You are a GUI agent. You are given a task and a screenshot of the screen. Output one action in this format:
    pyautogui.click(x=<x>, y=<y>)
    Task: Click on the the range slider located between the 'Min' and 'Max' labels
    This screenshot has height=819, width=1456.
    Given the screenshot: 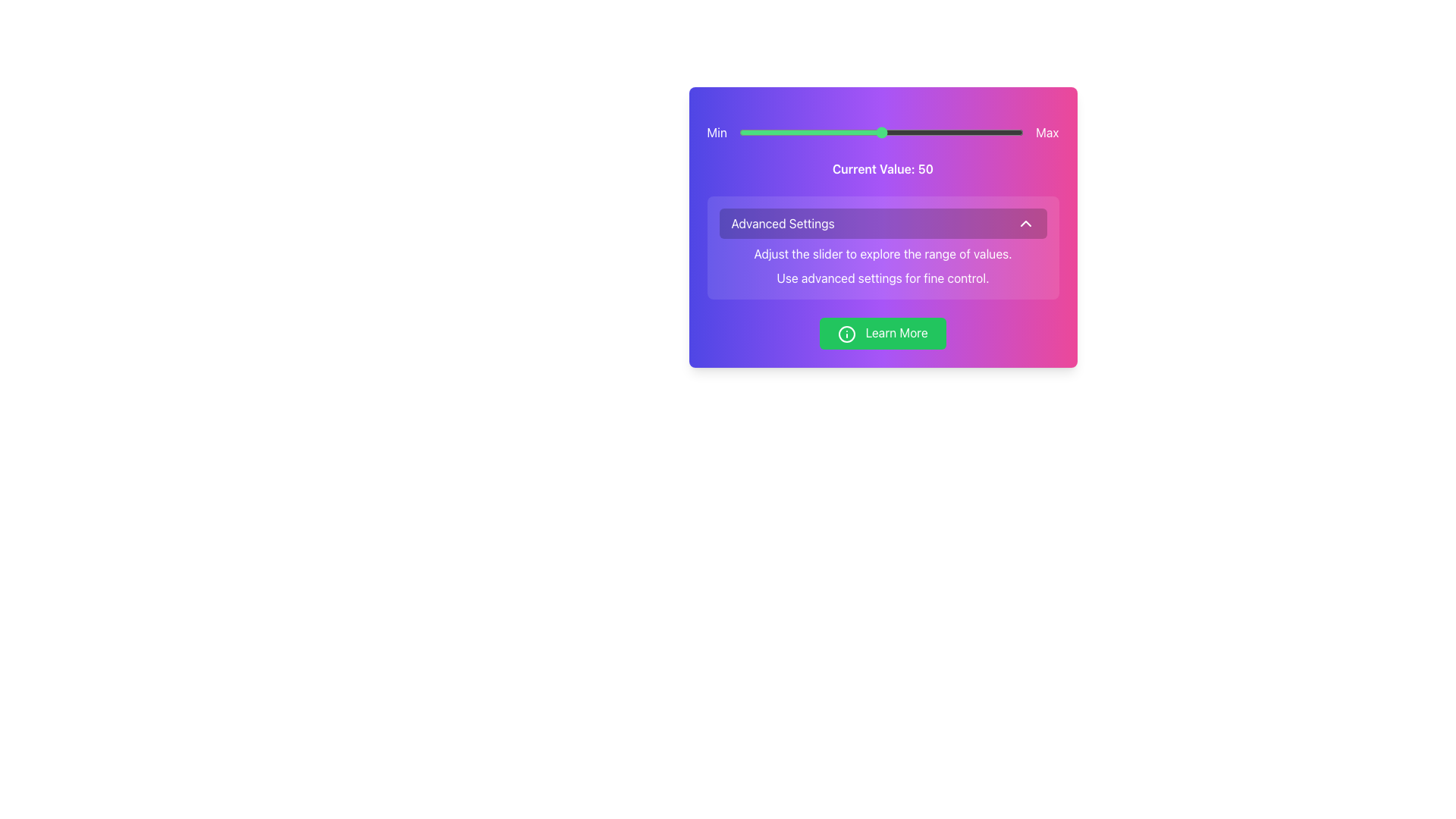 What is the action you would take?
    pyautogui.click(x=883, y=131)
    